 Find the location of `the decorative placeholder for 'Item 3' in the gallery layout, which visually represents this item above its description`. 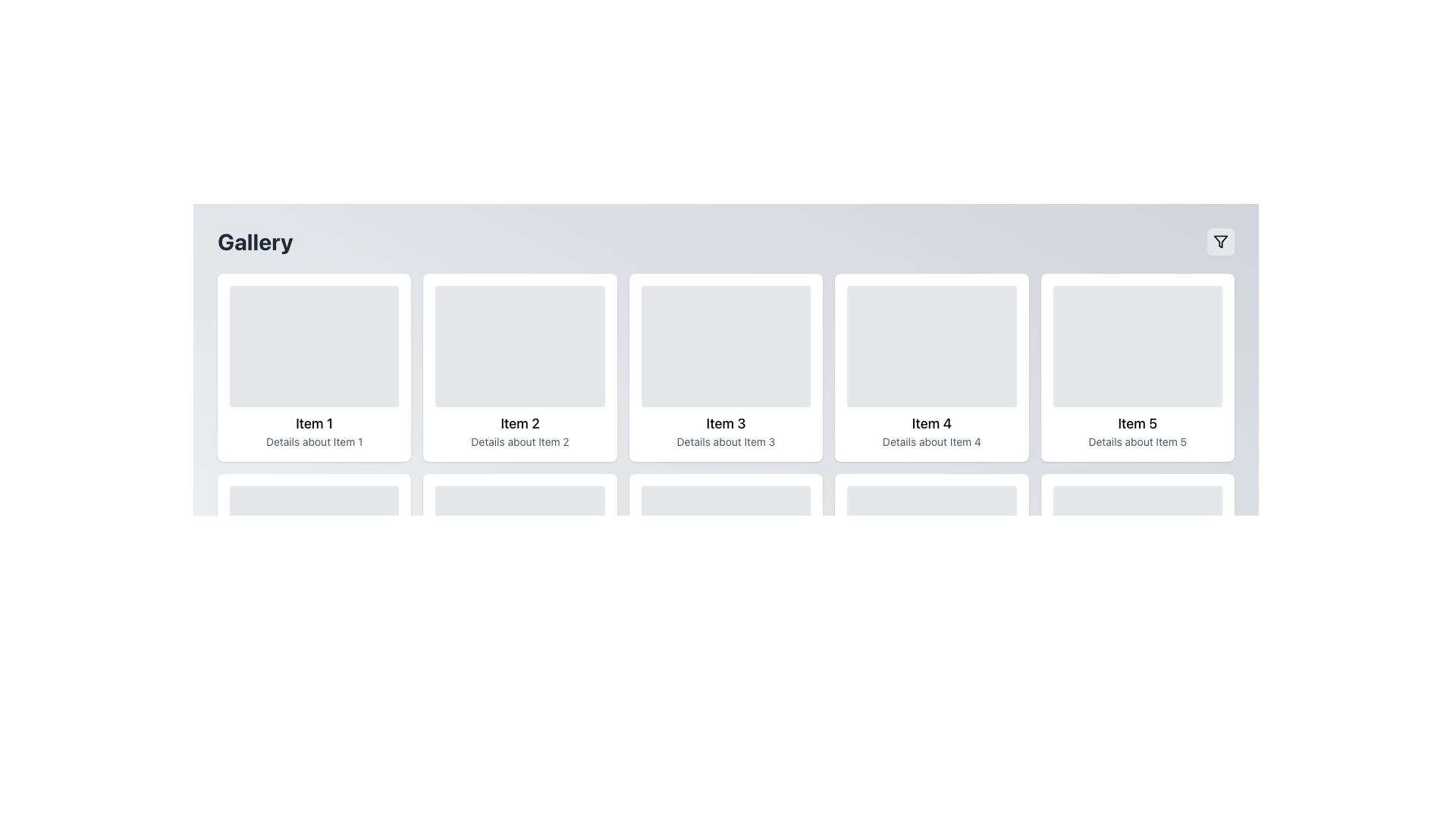

the decorative placeholder for 'Item 3' in the gallery layout, which visually represents this item above its description is located at coordinates (724, 346).